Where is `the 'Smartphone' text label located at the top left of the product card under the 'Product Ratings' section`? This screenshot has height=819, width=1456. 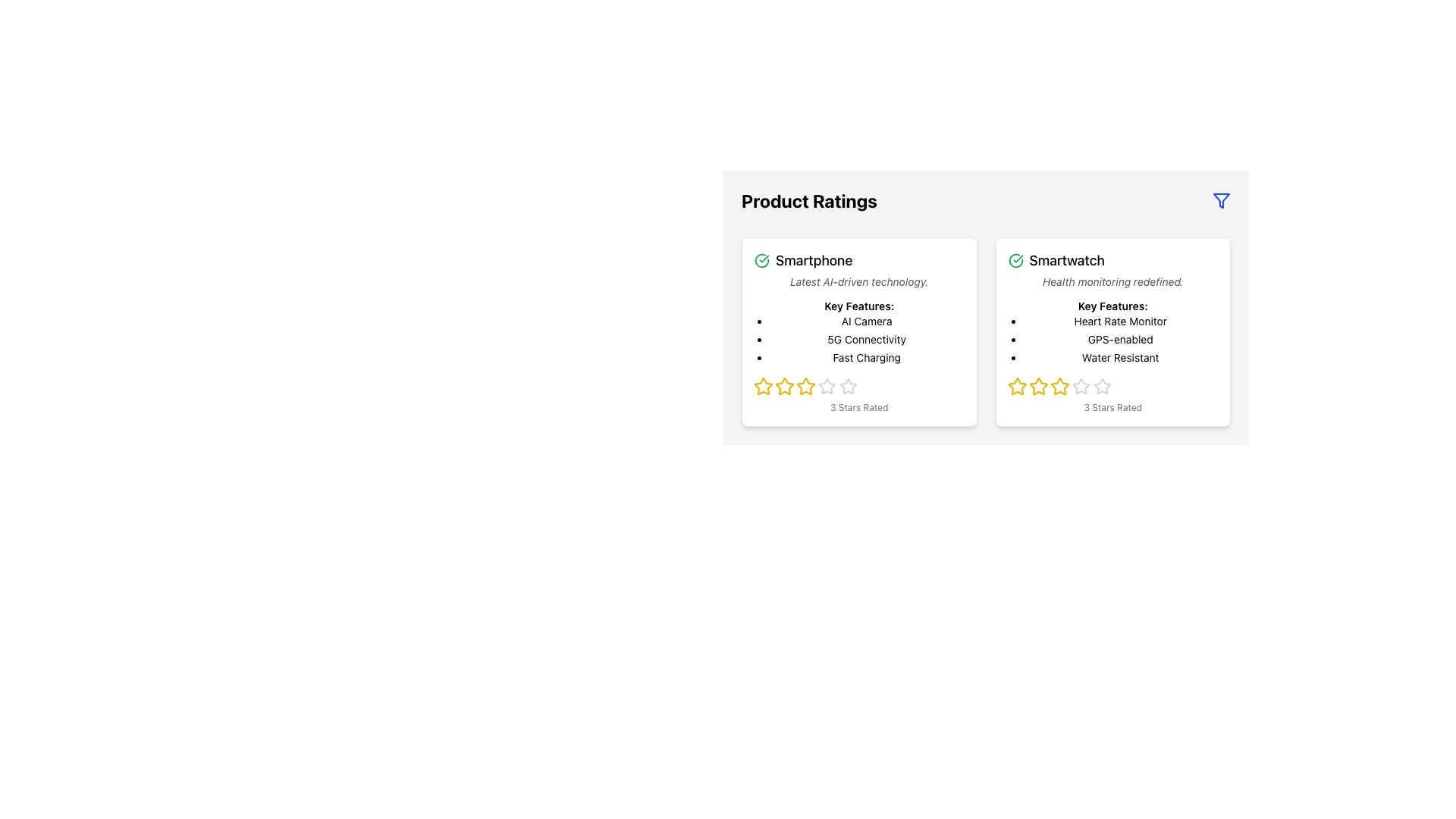 the 'Smartphone' text label located at the top left of the product card under the 'Product Ratings' section is located at coordinates (813, 259).